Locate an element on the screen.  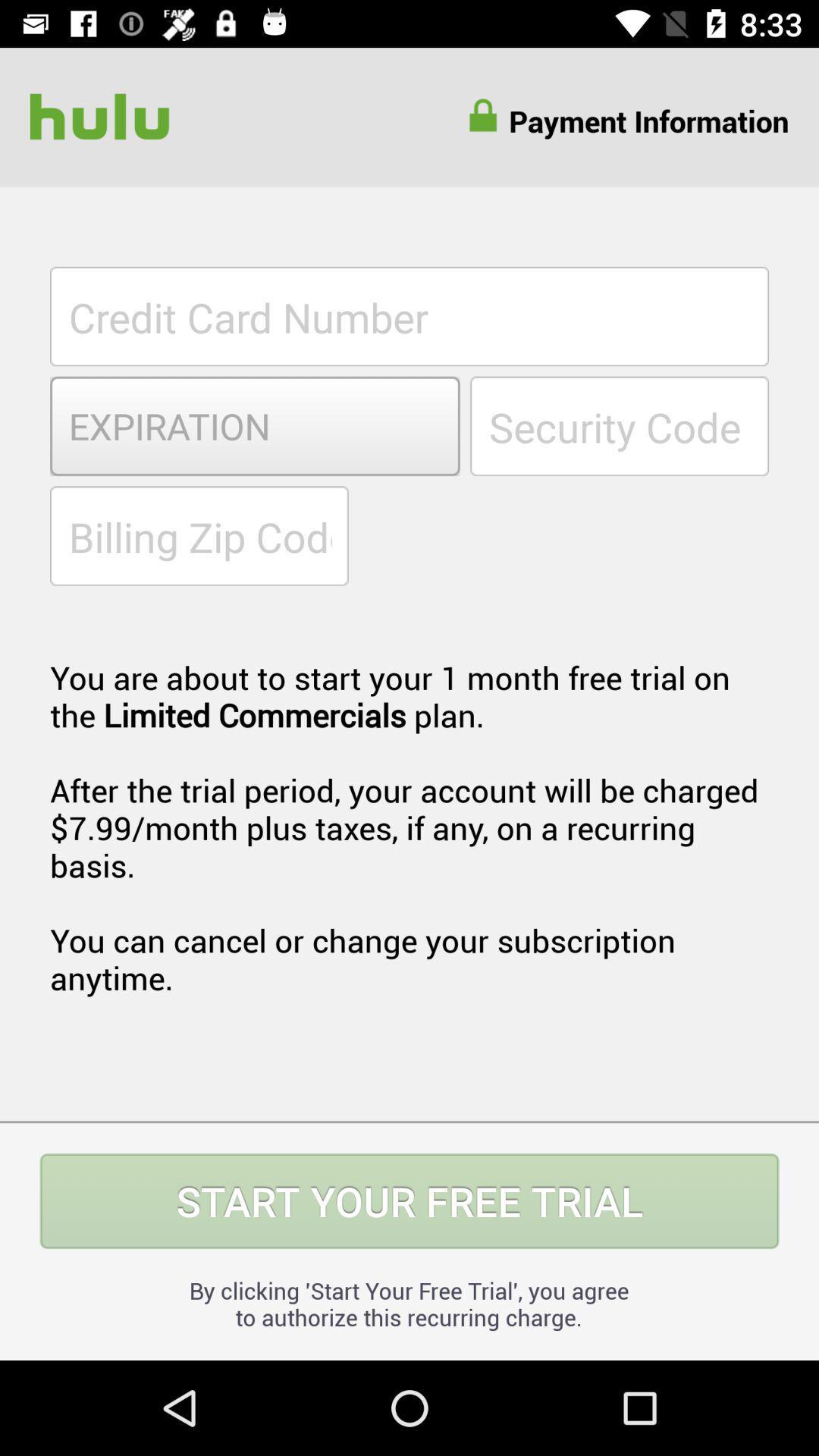
zip code is located at coordinates (198, 535).